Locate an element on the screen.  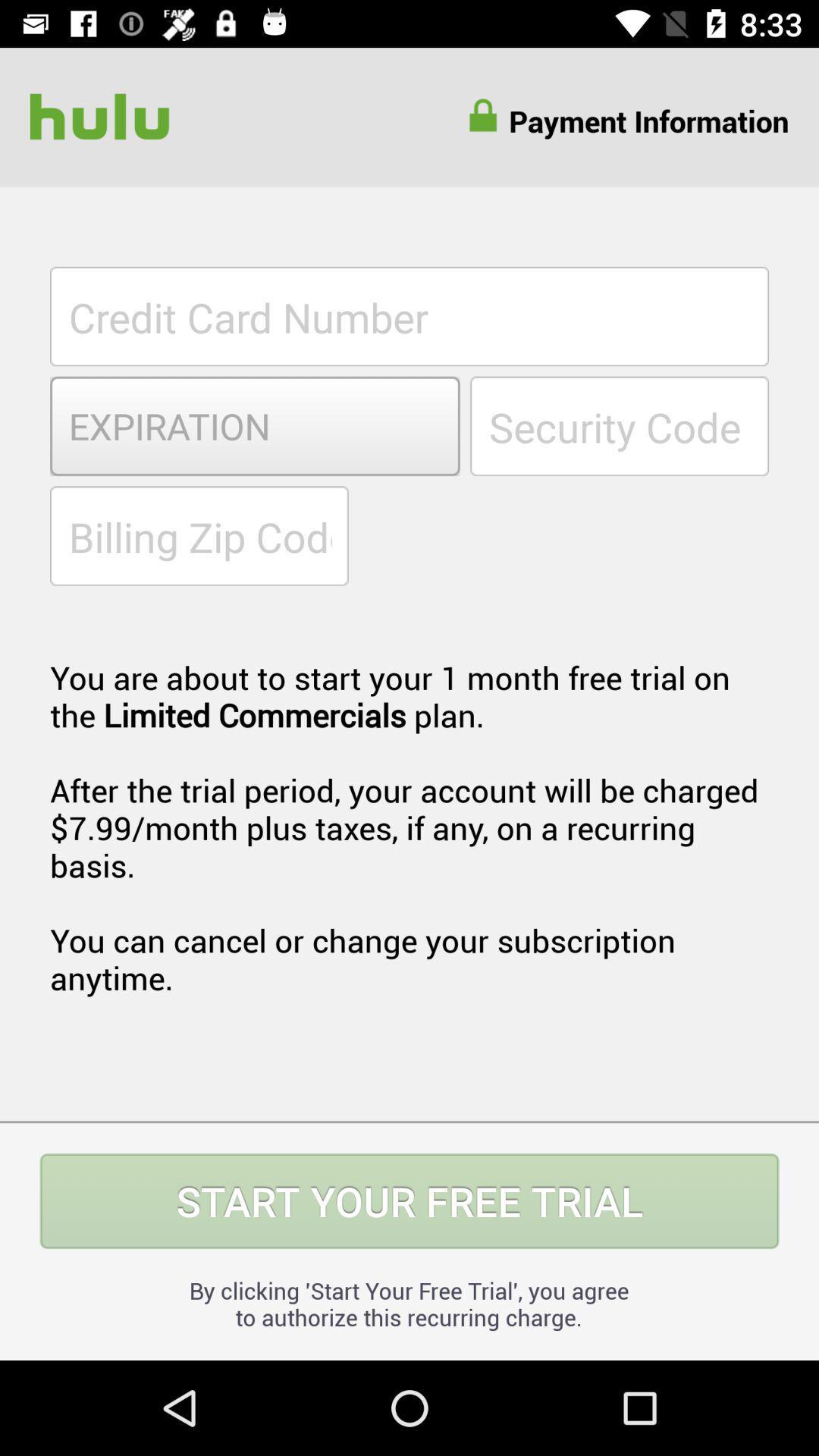
zip code is located at coordinates (198, 535).